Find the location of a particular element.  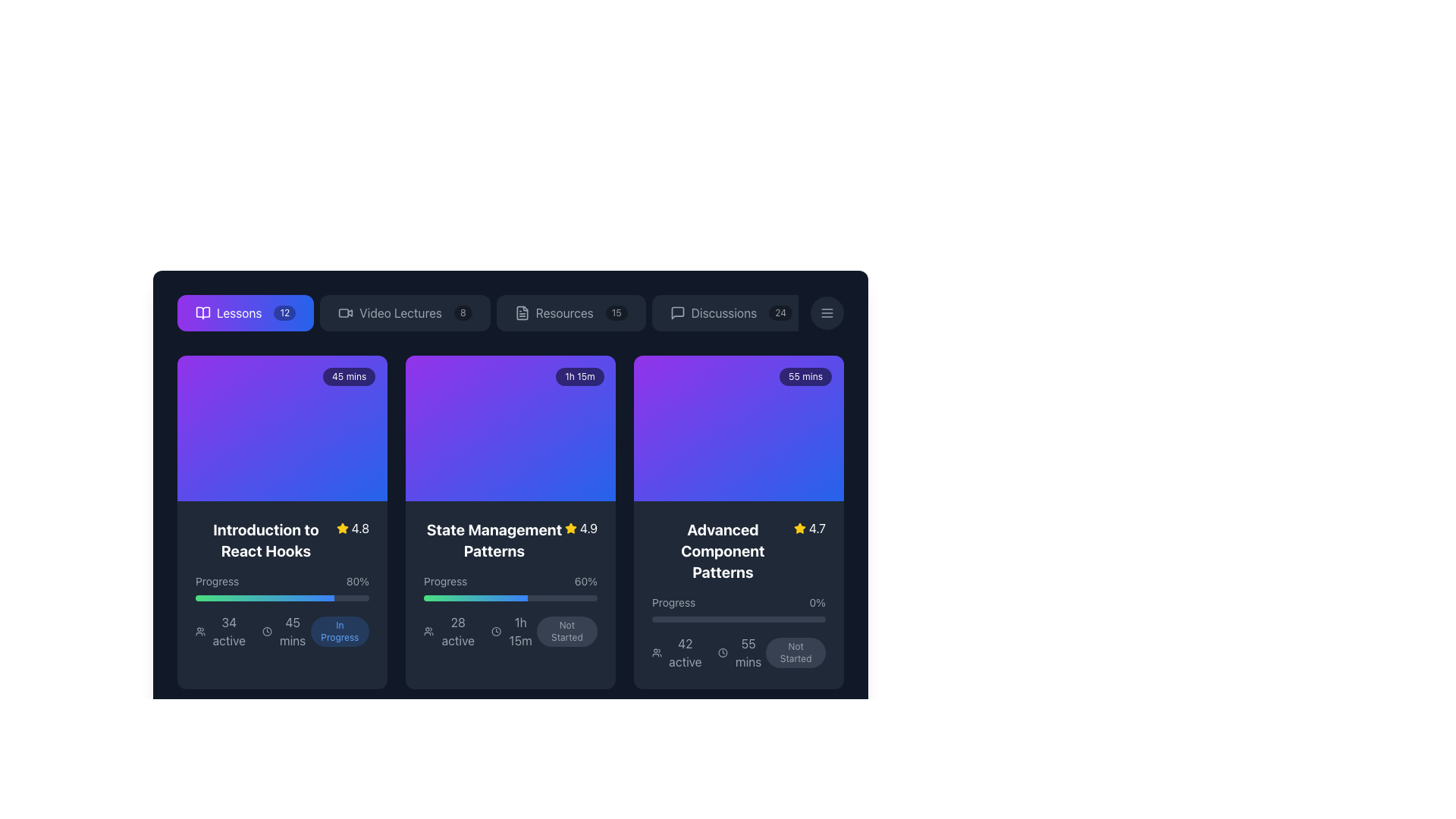

the Hamburger Menu icon located at the top-right corner of the navigation bar to potentially trigger visual feedback is located at coordinates (826, 312).